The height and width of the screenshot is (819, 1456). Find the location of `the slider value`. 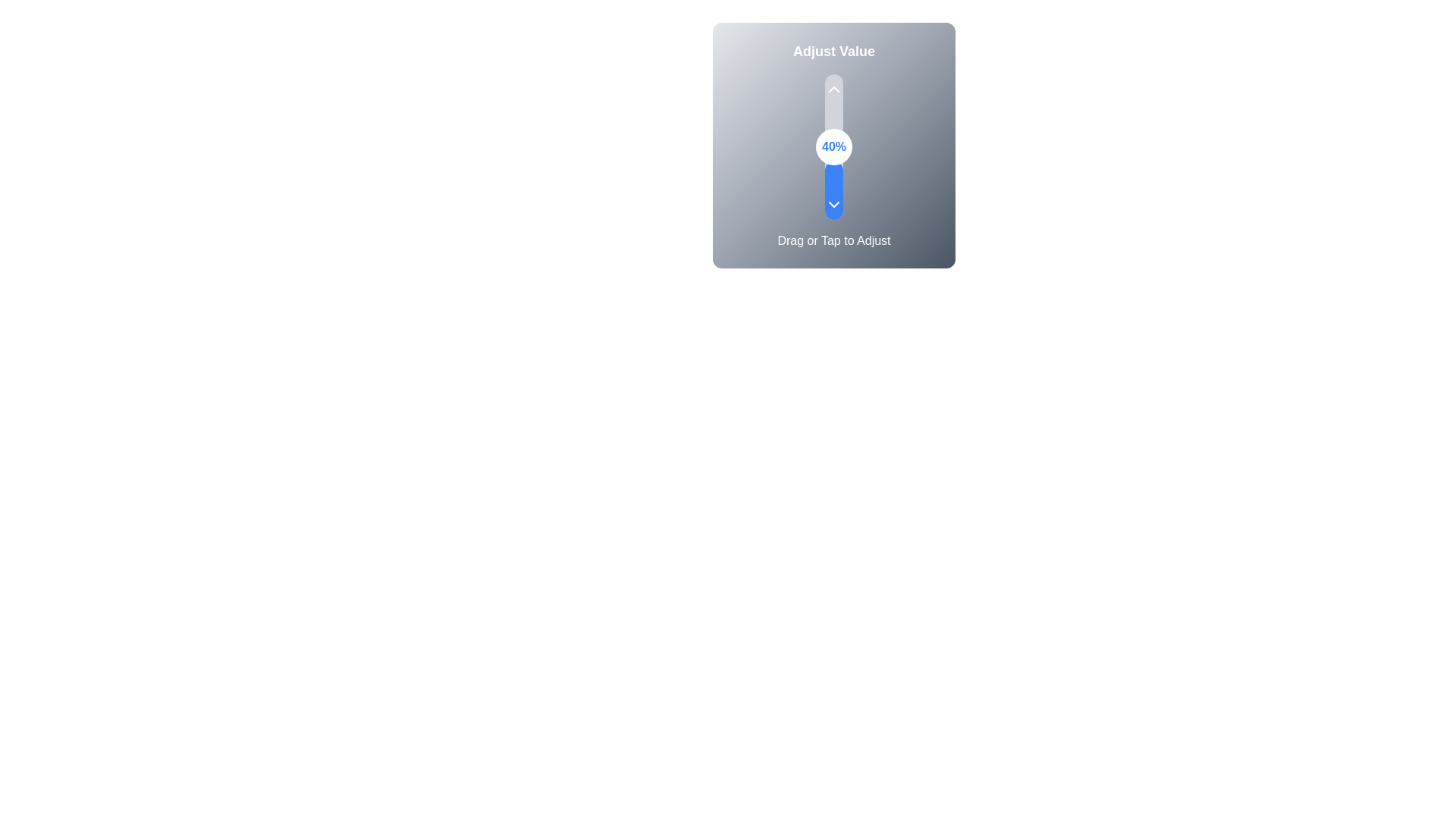

the slider value is located at coordinates (833, 181).